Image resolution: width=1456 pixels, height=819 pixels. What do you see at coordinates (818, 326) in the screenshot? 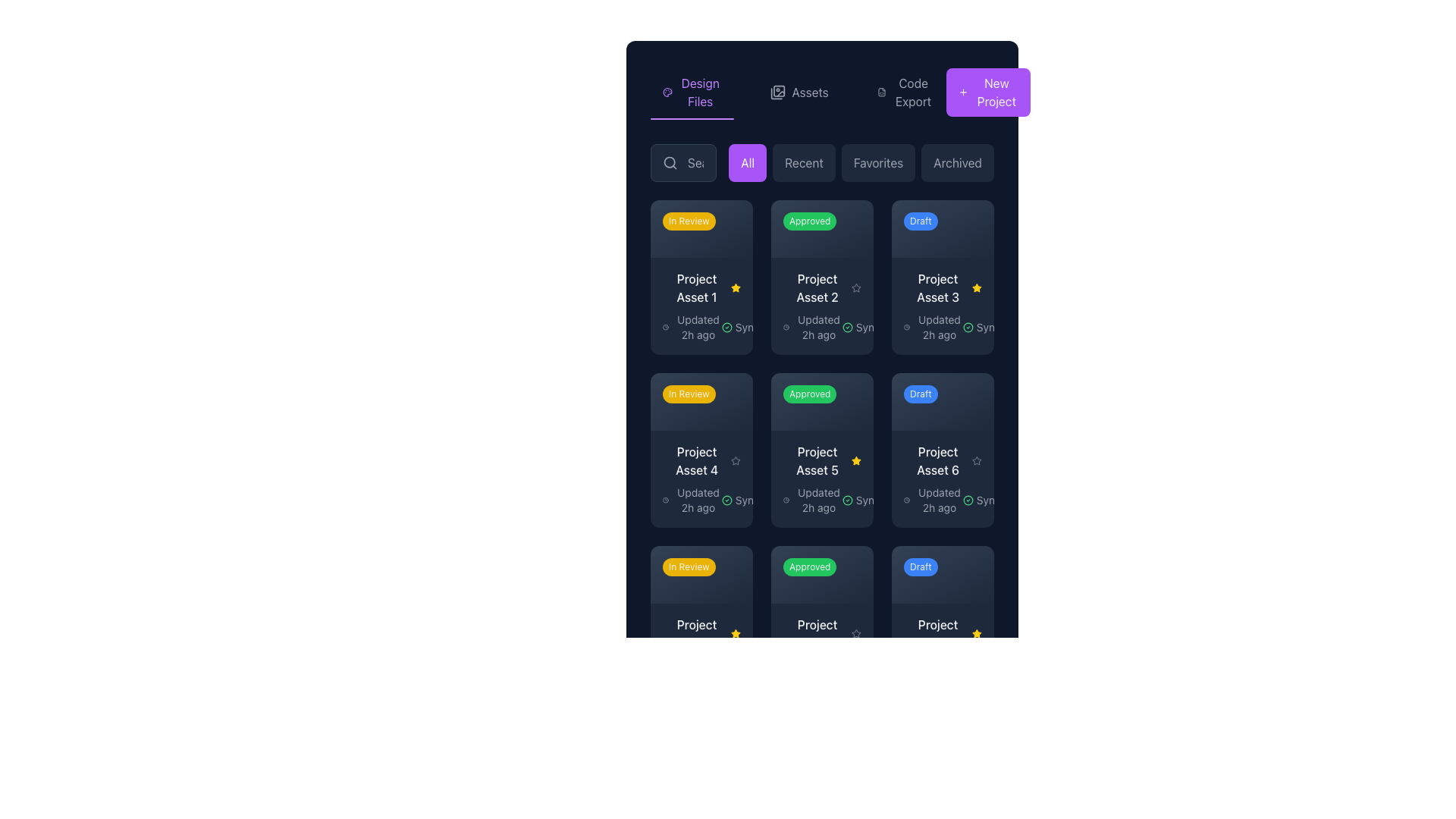
I see `the static text label that provides a time-stamp-like update for the 'Project Asset 2' card located in the bottom part of the card in the second column of the grid layout` at bounding box center [818, 326].